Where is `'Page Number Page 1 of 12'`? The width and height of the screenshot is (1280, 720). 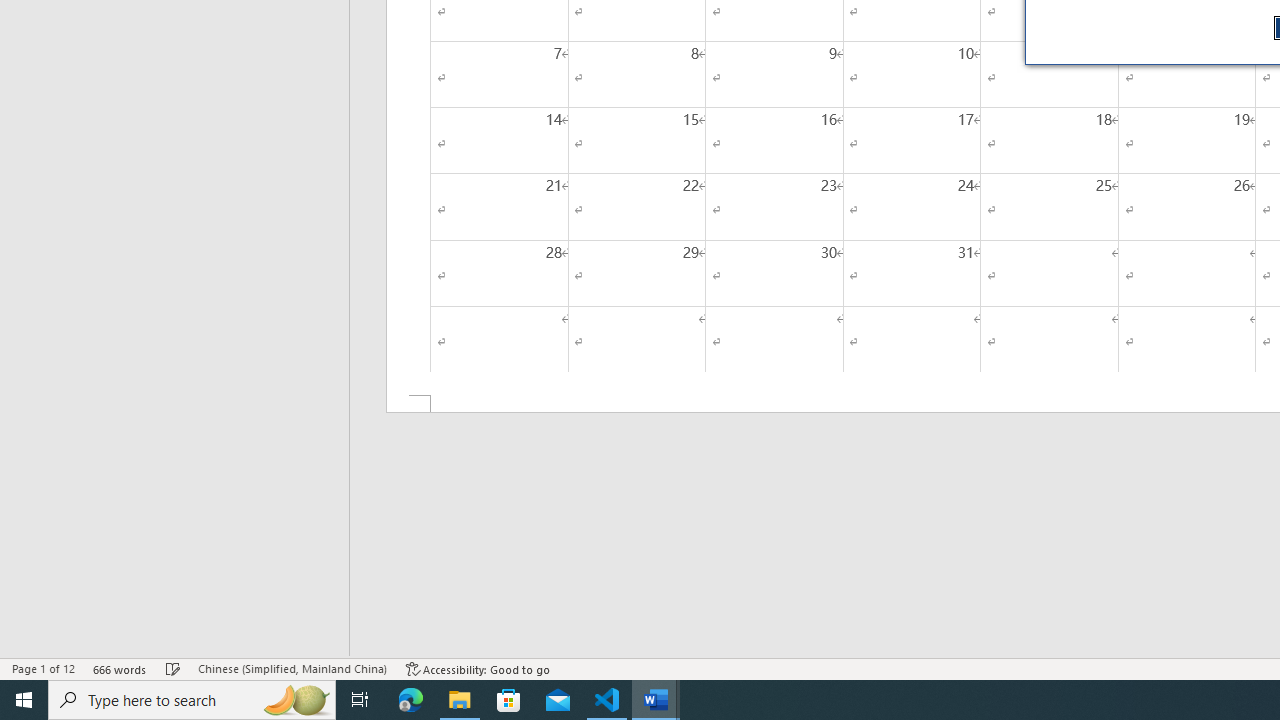
'Page Number Page 1 of 12' is located at coordinates (43, 669).